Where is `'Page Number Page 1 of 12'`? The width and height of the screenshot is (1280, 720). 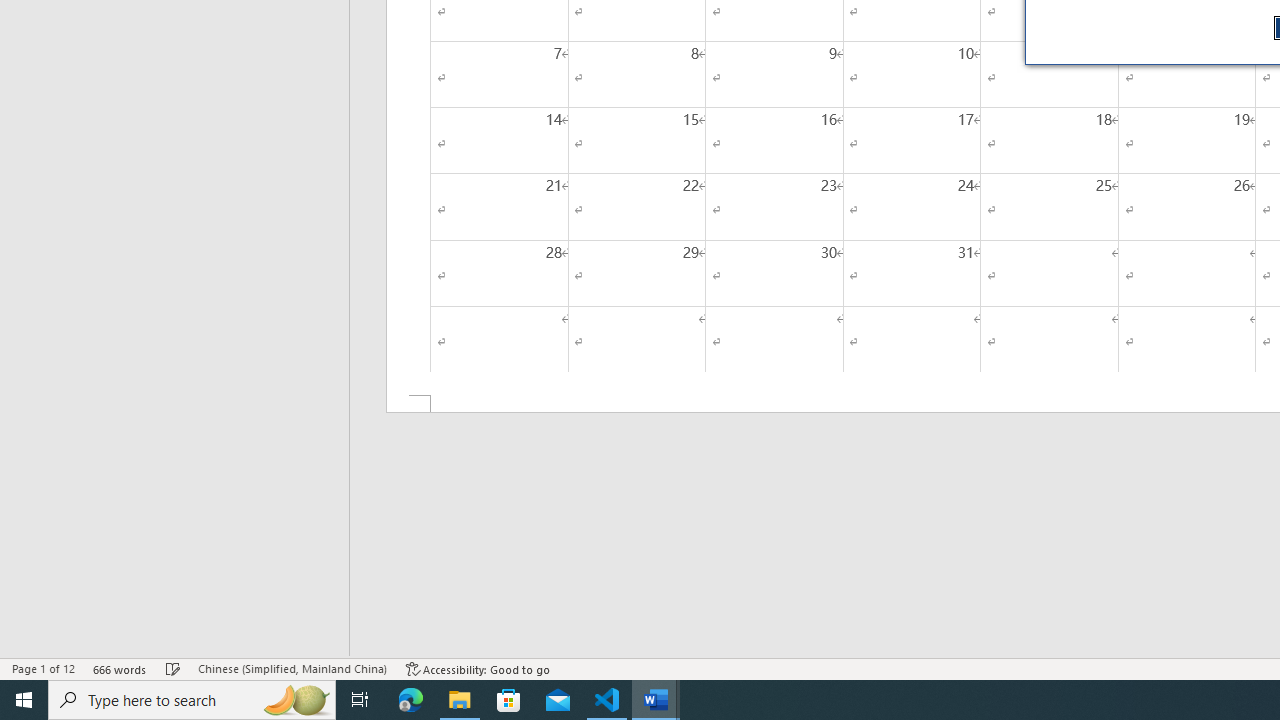
'Page Number Page 1 of 12' is located at coordinates (43, 669).